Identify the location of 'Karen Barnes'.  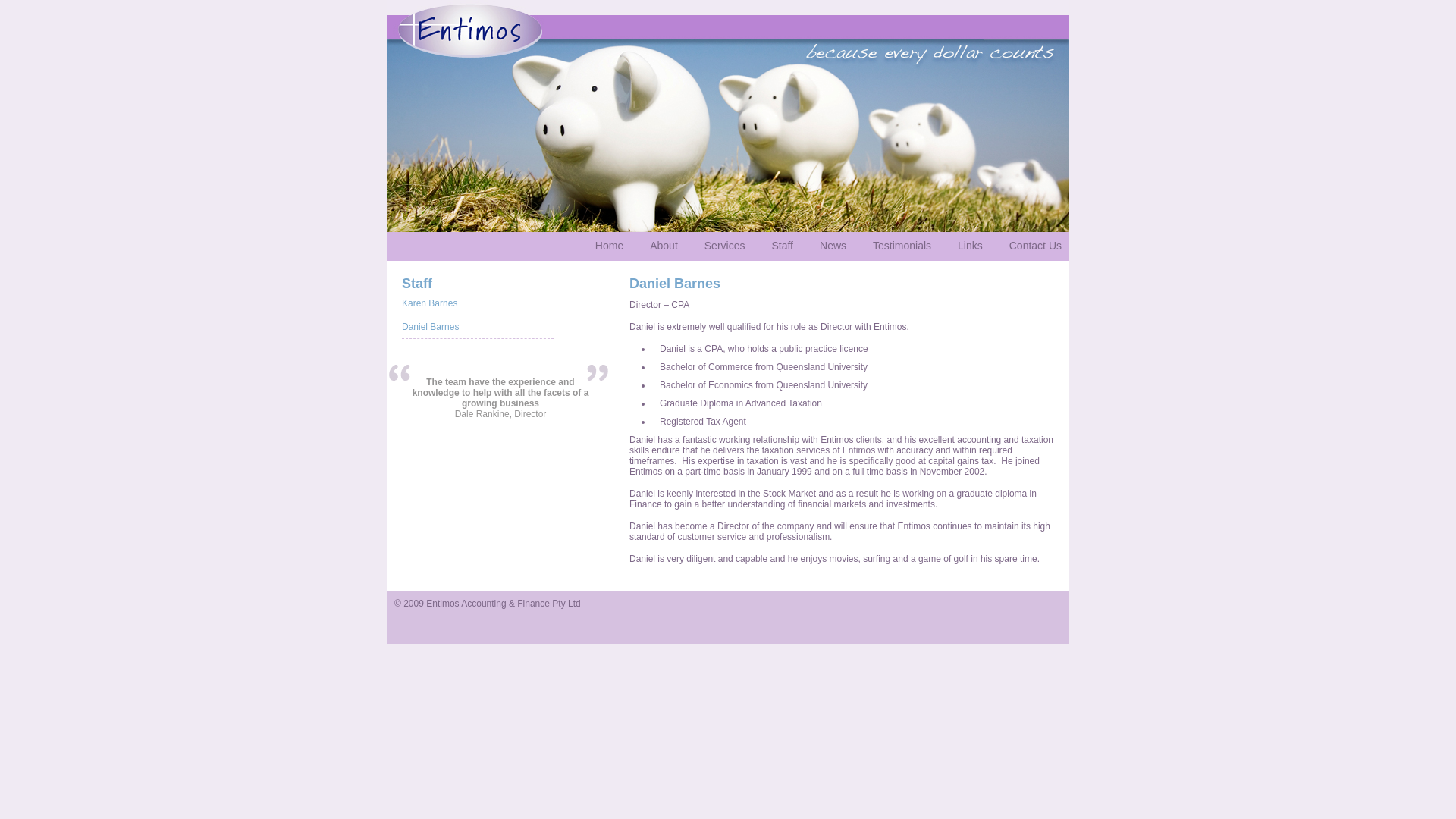
(428, 303).